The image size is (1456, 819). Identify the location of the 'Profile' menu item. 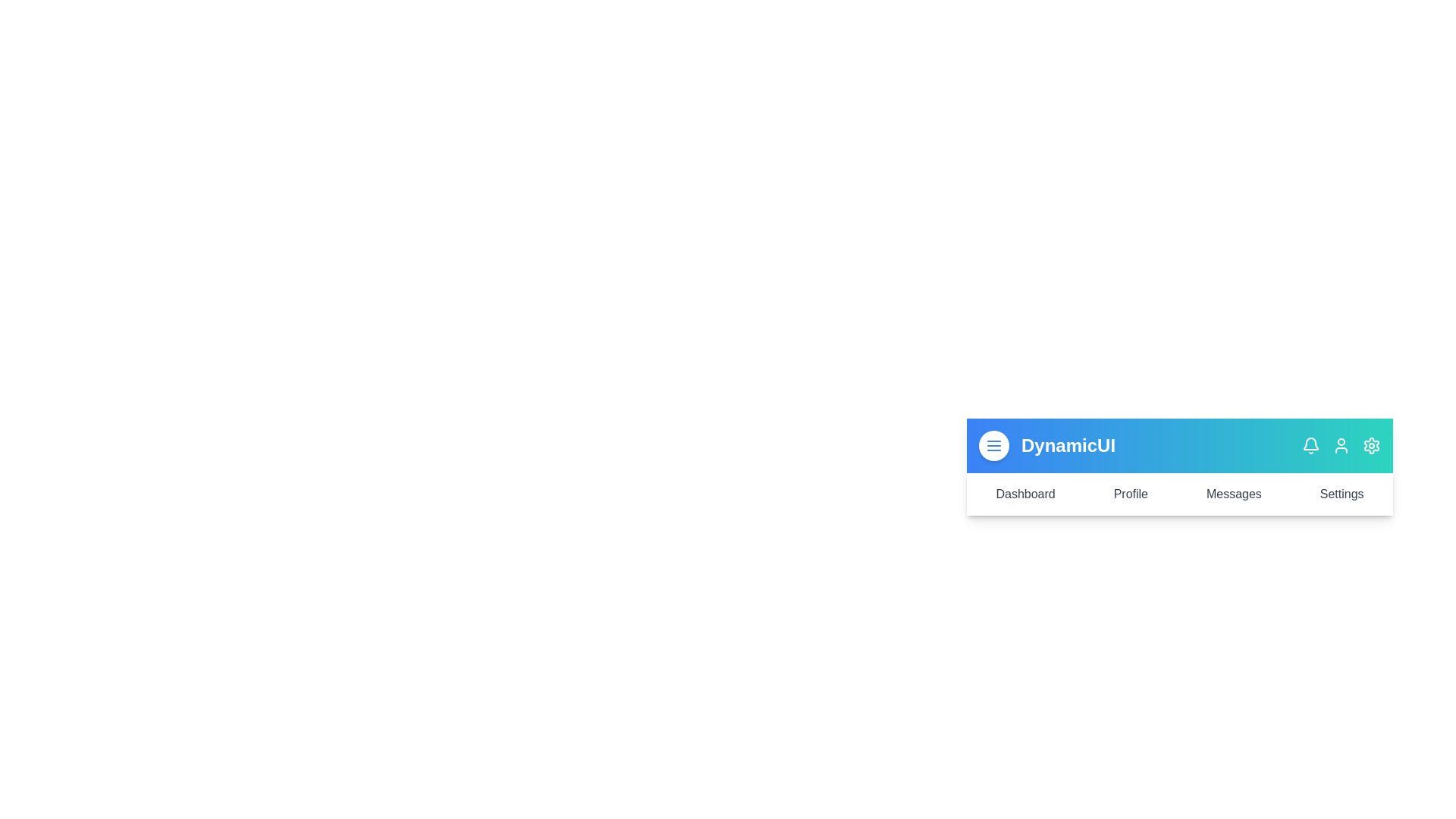
(1131, 494).